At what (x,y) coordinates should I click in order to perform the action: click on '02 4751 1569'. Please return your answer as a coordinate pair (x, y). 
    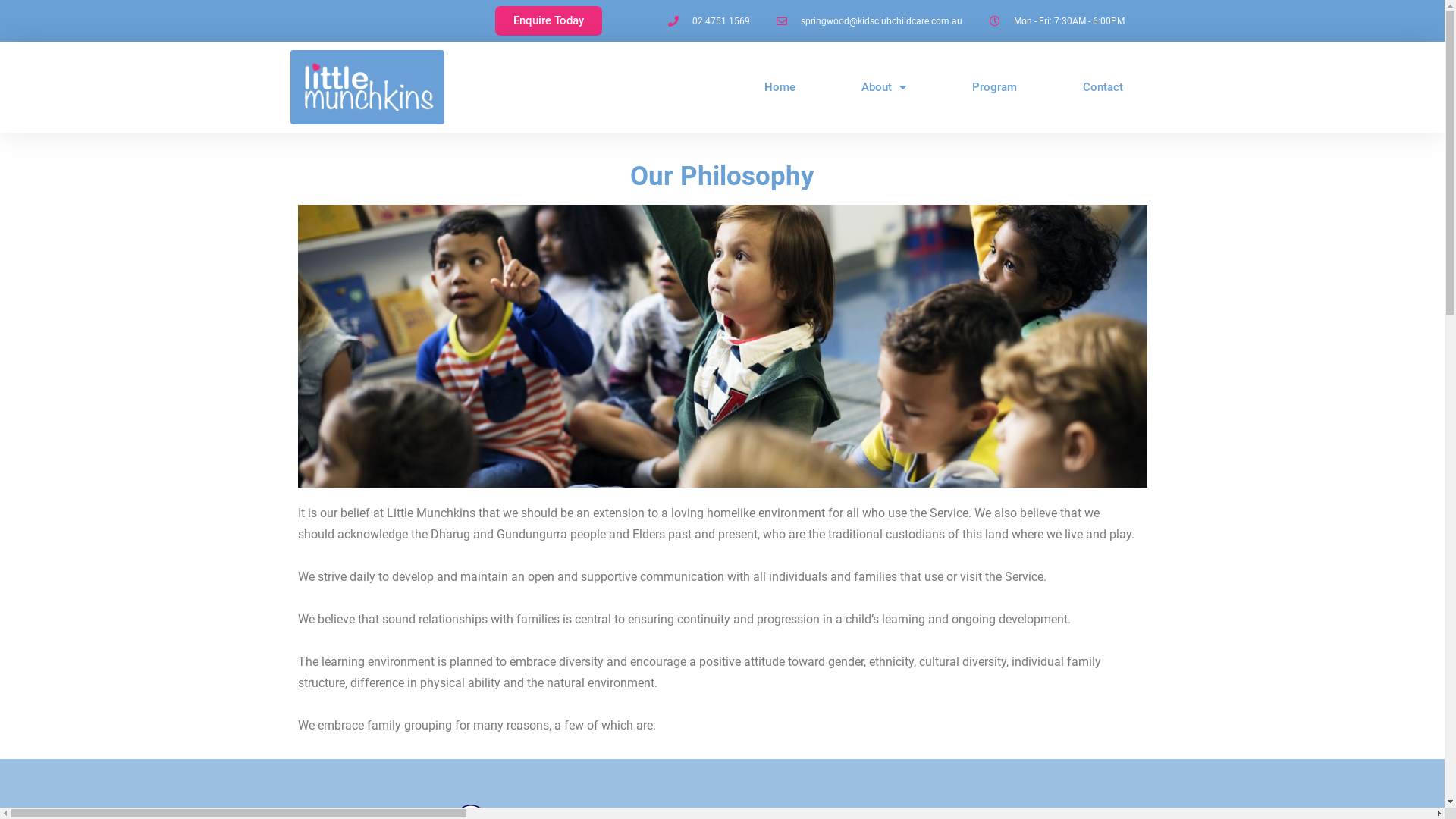
    Looking at the image, I should click on (706, 20).